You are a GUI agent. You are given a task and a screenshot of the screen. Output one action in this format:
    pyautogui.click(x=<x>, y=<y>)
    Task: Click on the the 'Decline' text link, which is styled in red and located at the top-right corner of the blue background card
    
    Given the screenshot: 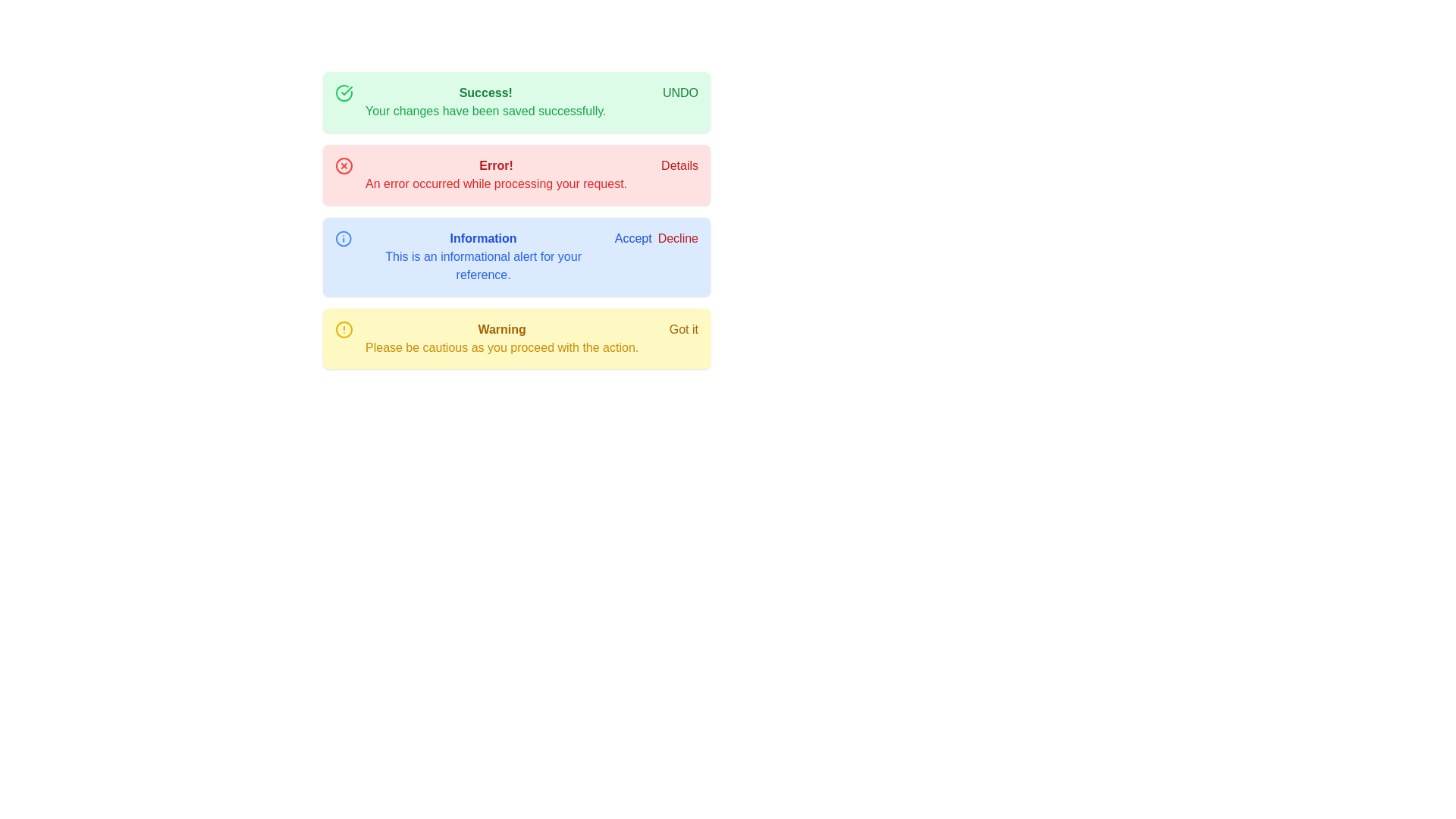 What is the action you would take?
    pyautogui.click(x=656, y=239)
    